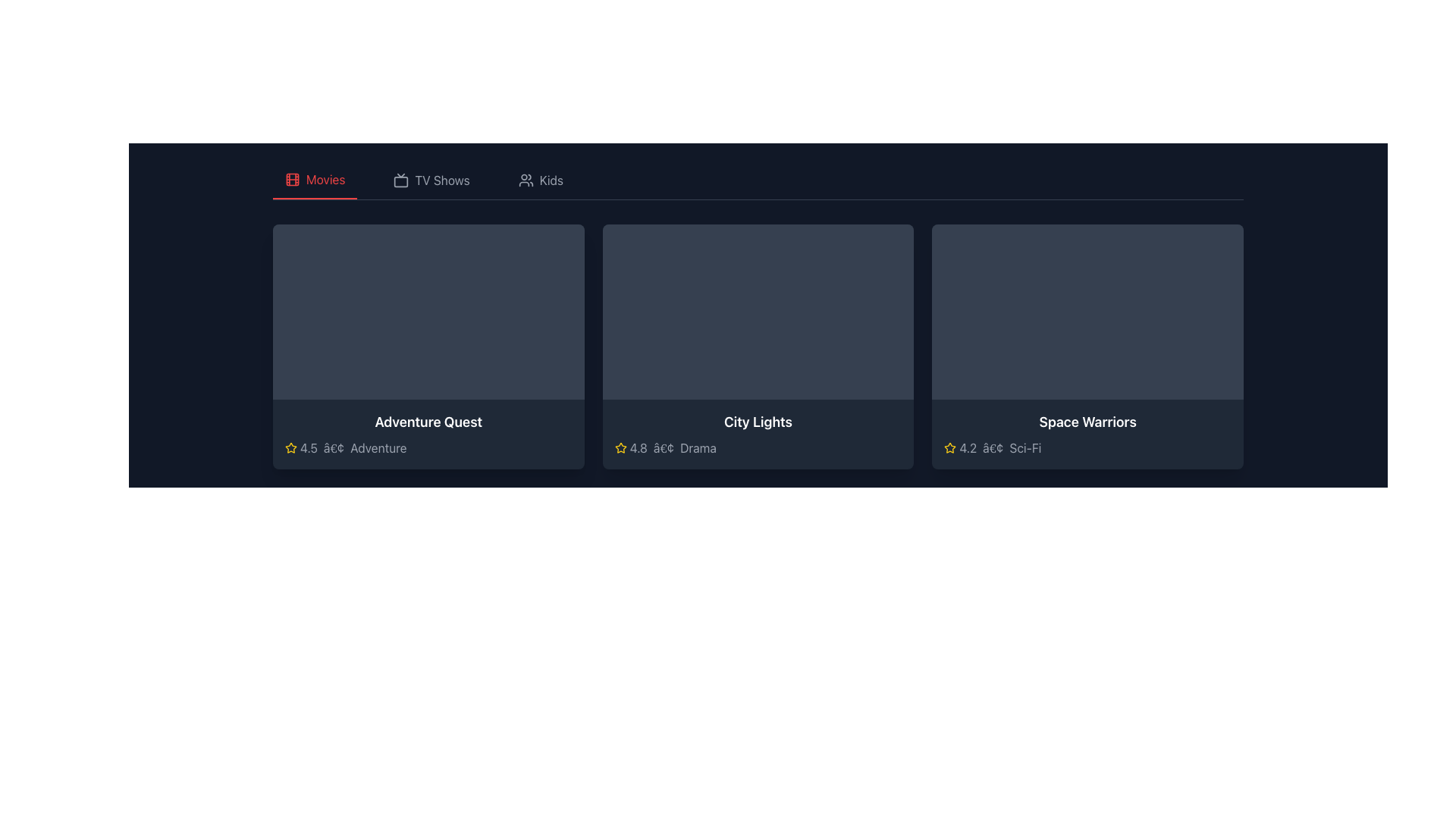 The image size is (1456, 819). What do you see at coordinates (431, 180) in the screenshot?
I see `the 'TV Shows' button, which is a horizontal text button with a television icon on its left` at bounding box center [431, 180].